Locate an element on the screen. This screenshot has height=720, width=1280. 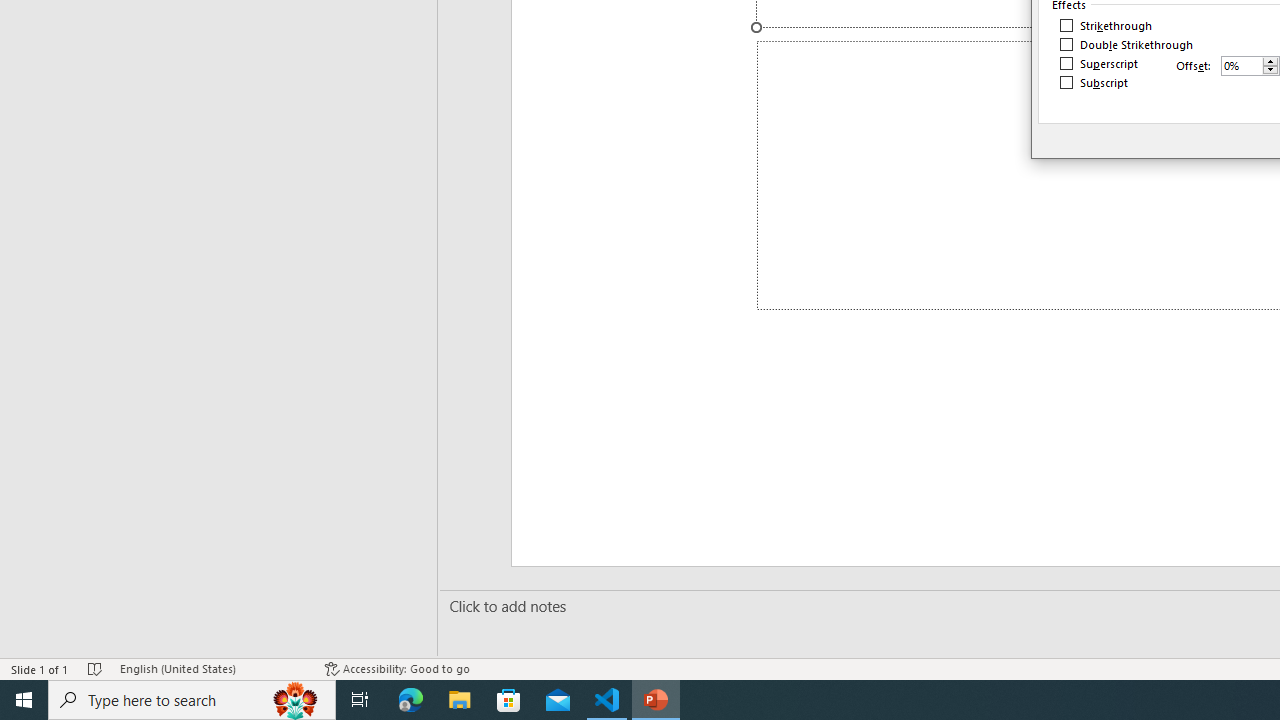
'Strikethrough' is located at coordinates (1106, 25).